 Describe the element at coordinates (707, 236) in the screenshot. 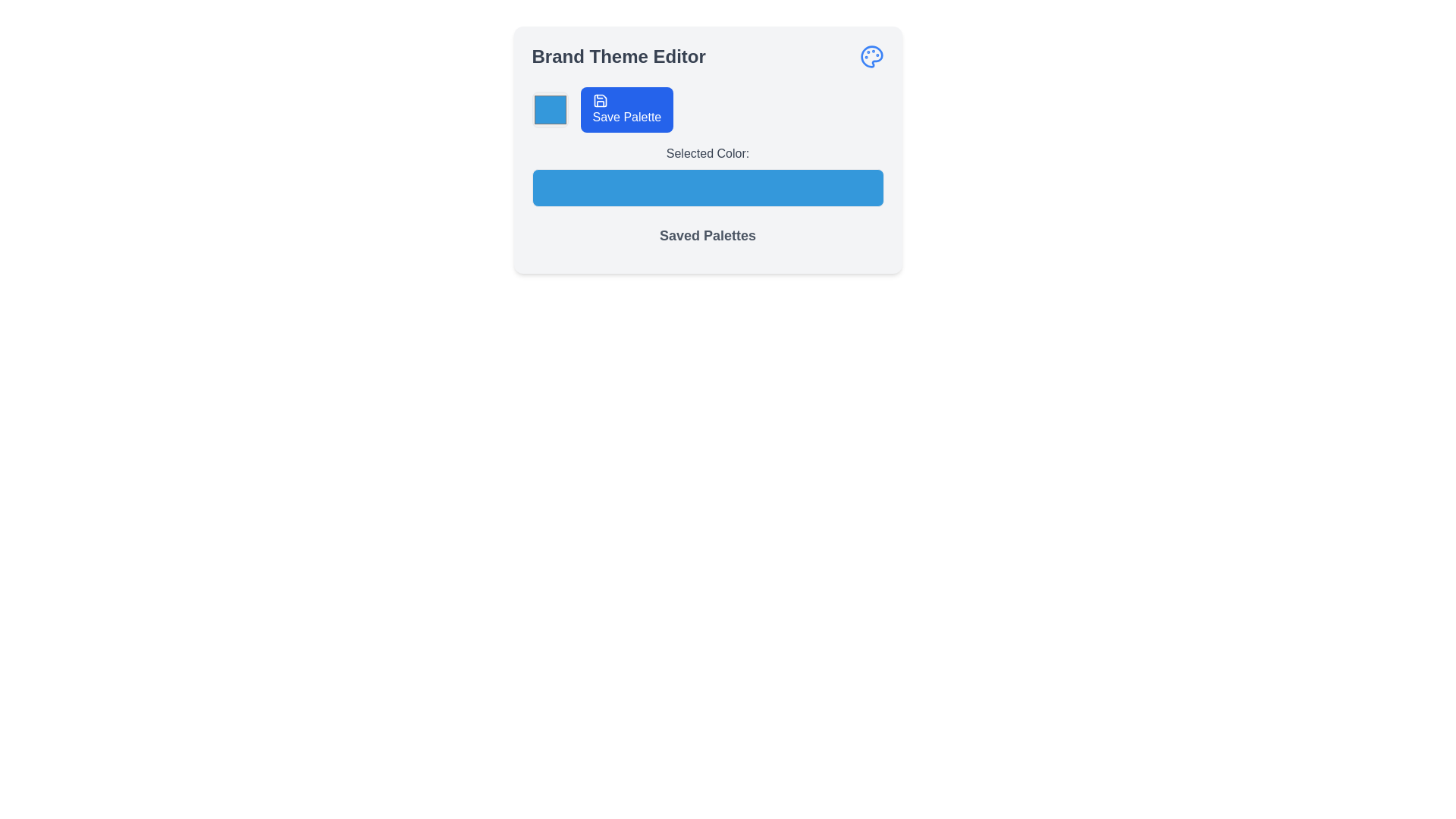

I see `the 'Saved Palettes' text label, which is styled with a larger font size and a bold, darker color, positioned within a light gray background below the 'Selected Color:' button in the 'Brand Theme Editor' panel` at that location.